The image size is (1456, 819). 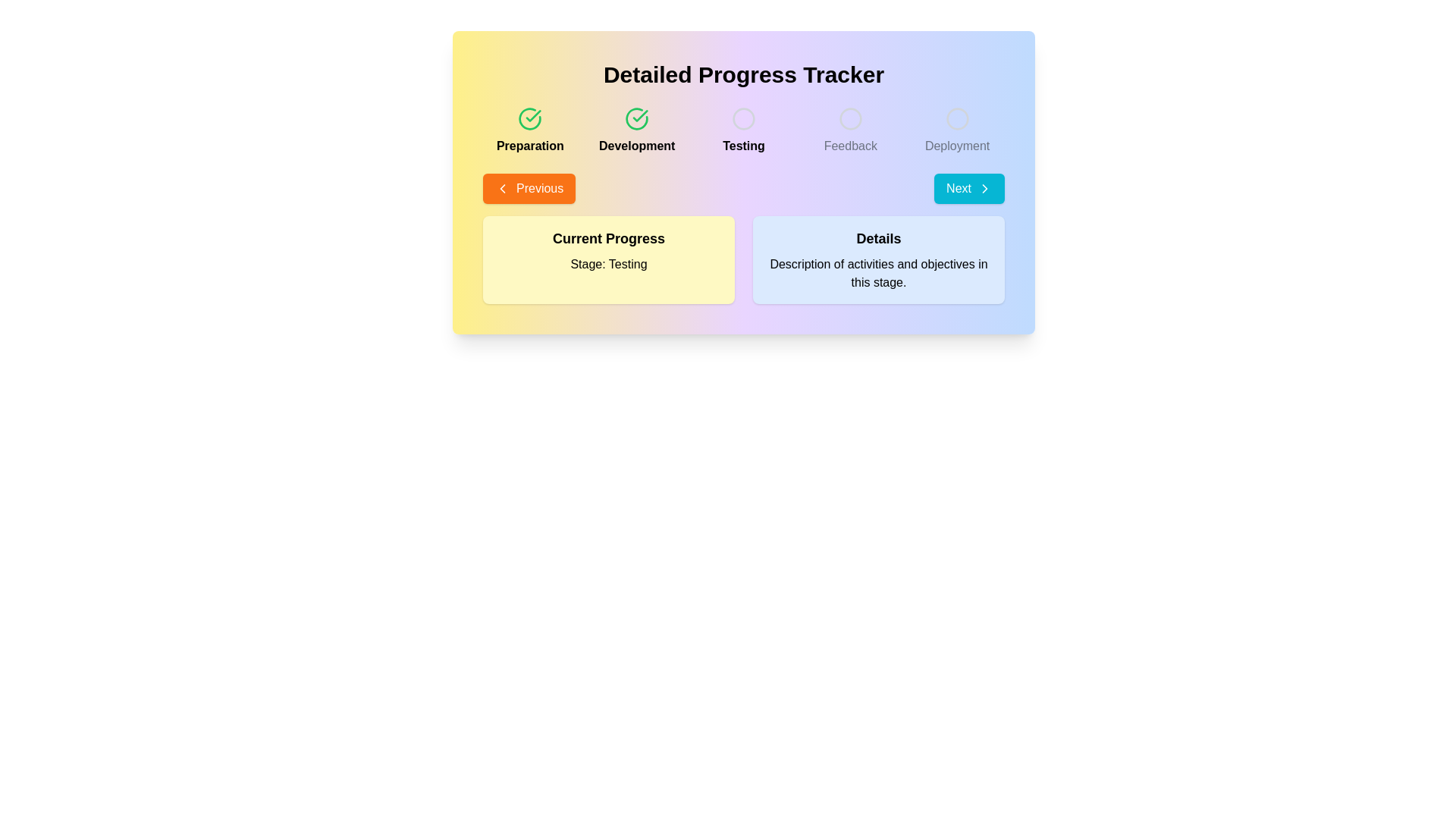 What do you see at coordinates (530, 146) in the screenshot?
I see `text label displaying 'Preparation' which is styled with a bold font and is located below a green checkmark icon in the progress tracker interface` at bounding box center [530, 146].